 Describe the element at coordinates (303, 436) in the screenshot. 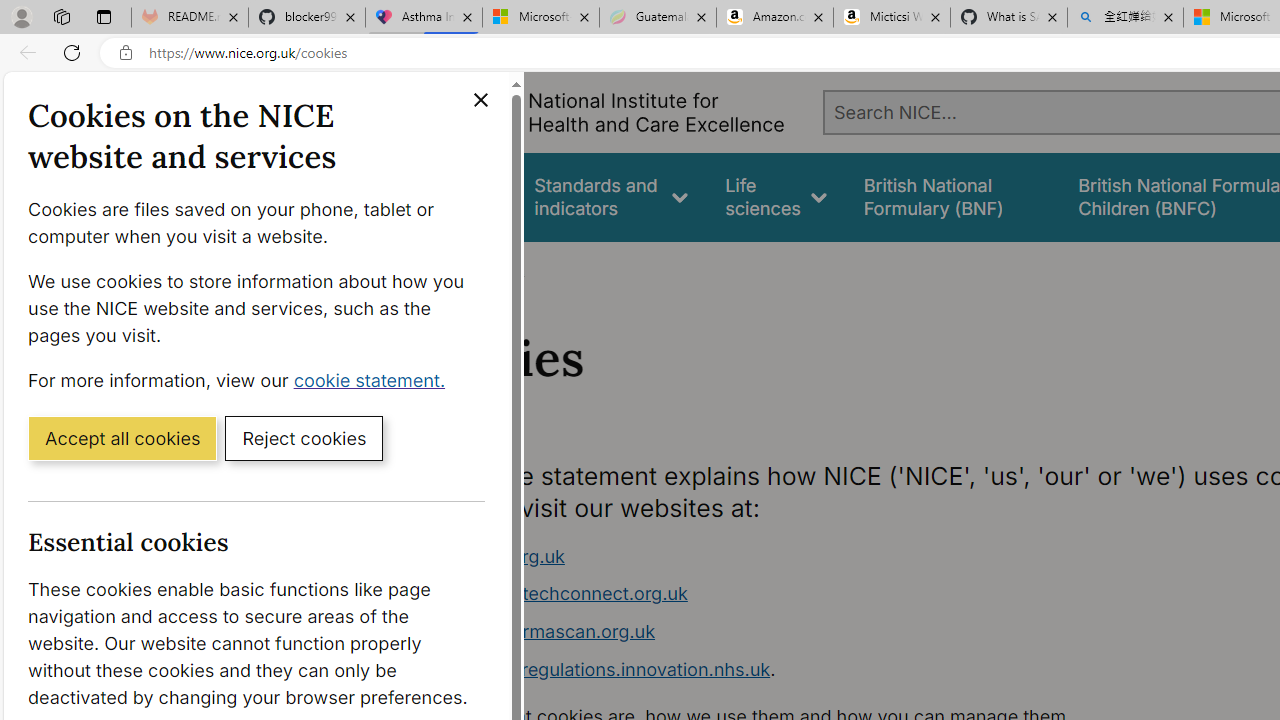

I see `'Reject cookies'` at that location.